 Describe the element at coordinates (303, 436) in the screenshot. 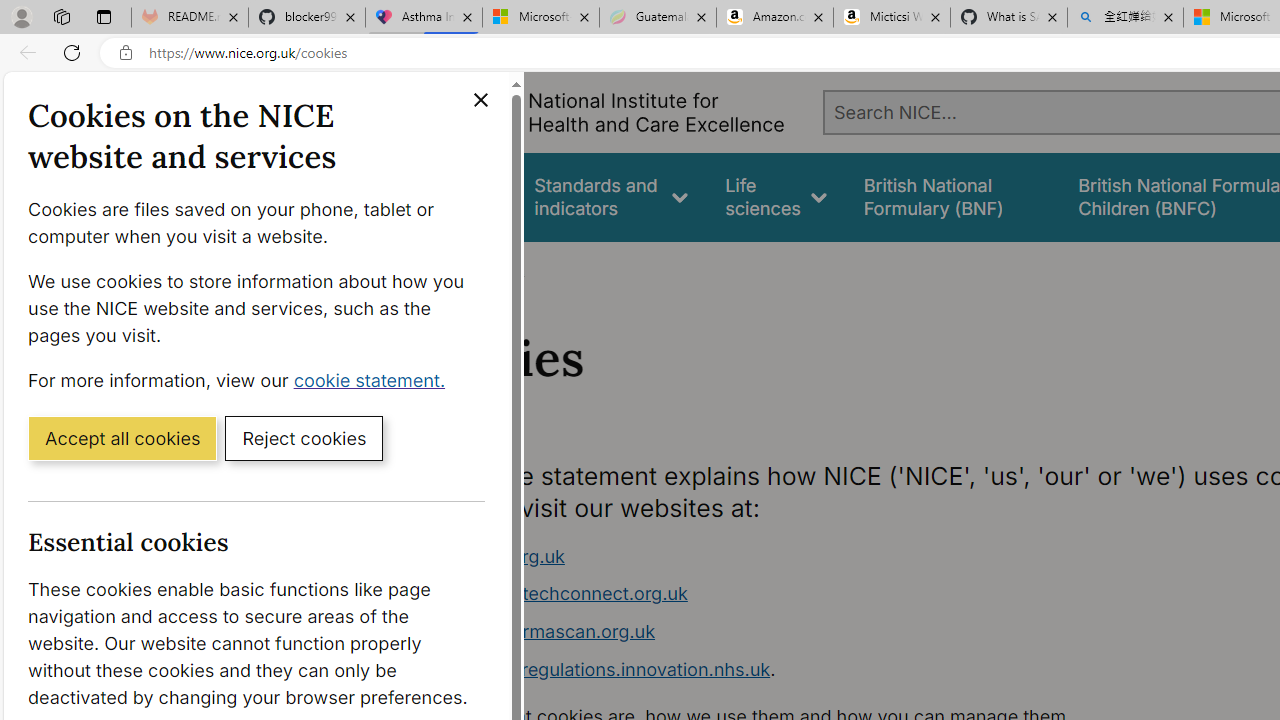

I see `'Reject cookies'` at that location.